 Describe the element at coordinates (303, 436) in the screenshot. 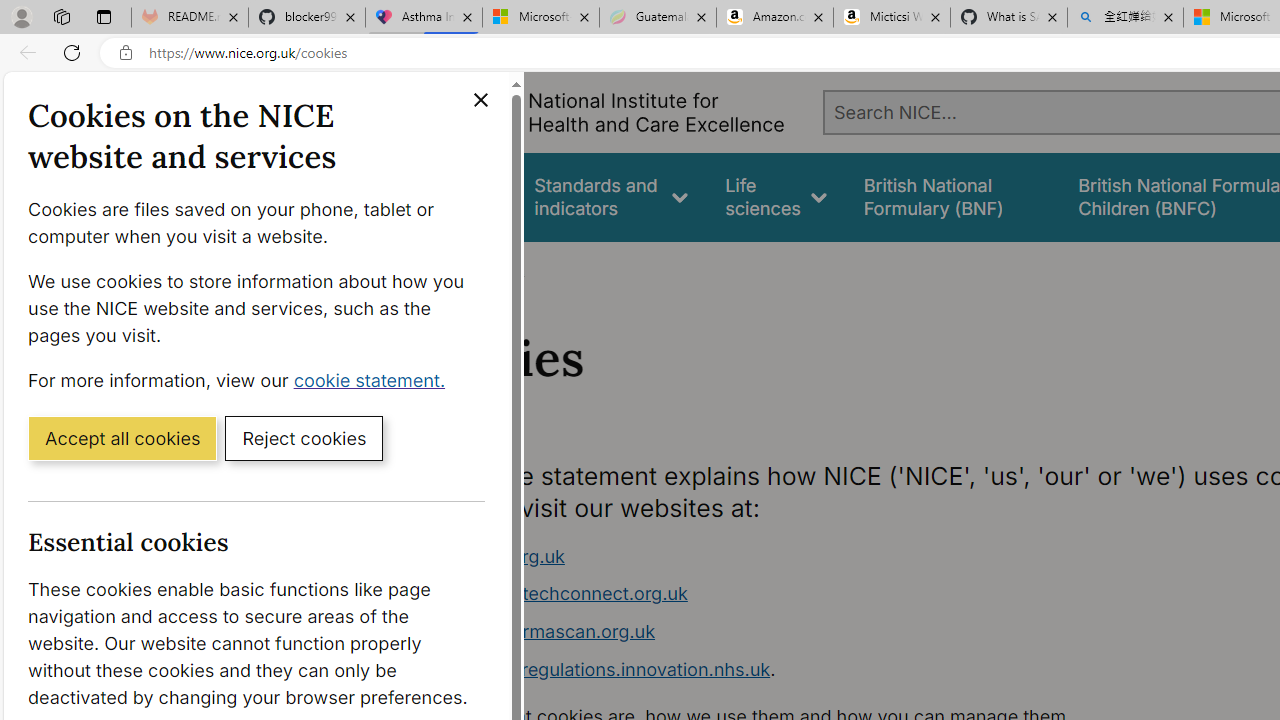

I see `'Reject cookies'` at that location.